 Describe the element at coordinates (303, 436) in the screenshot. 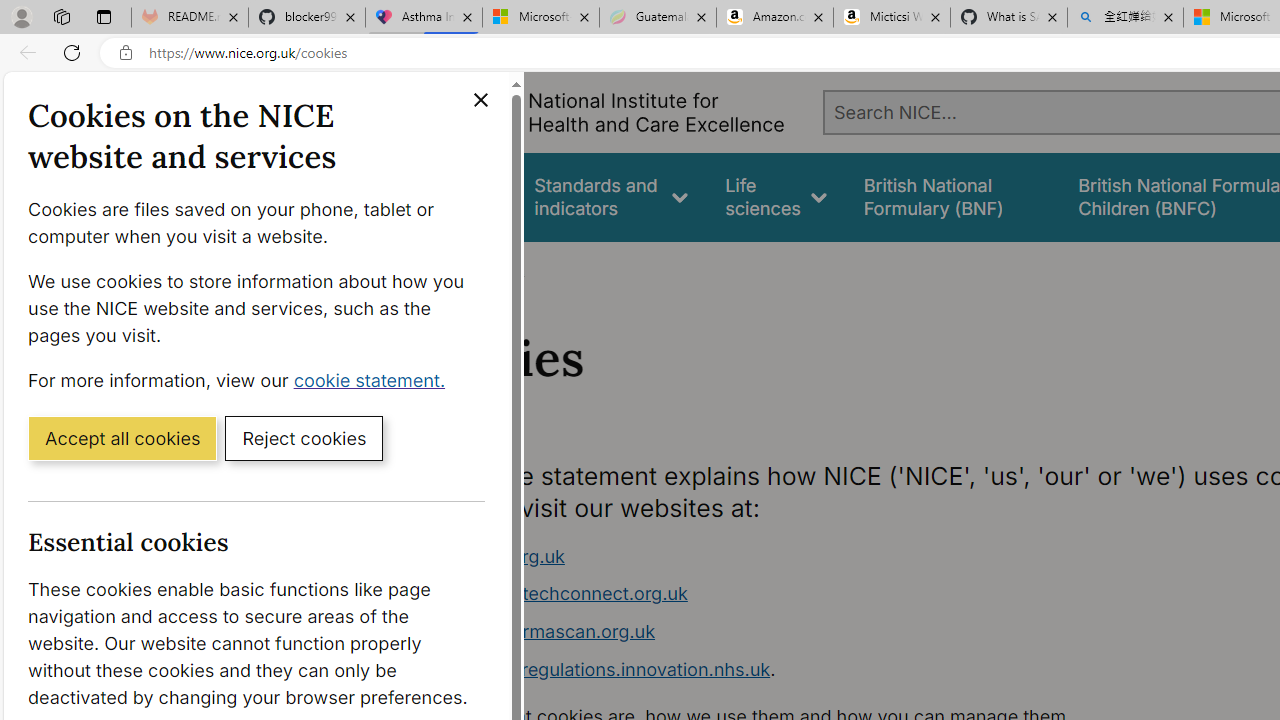

I see `'Reject cookies'` at that location.